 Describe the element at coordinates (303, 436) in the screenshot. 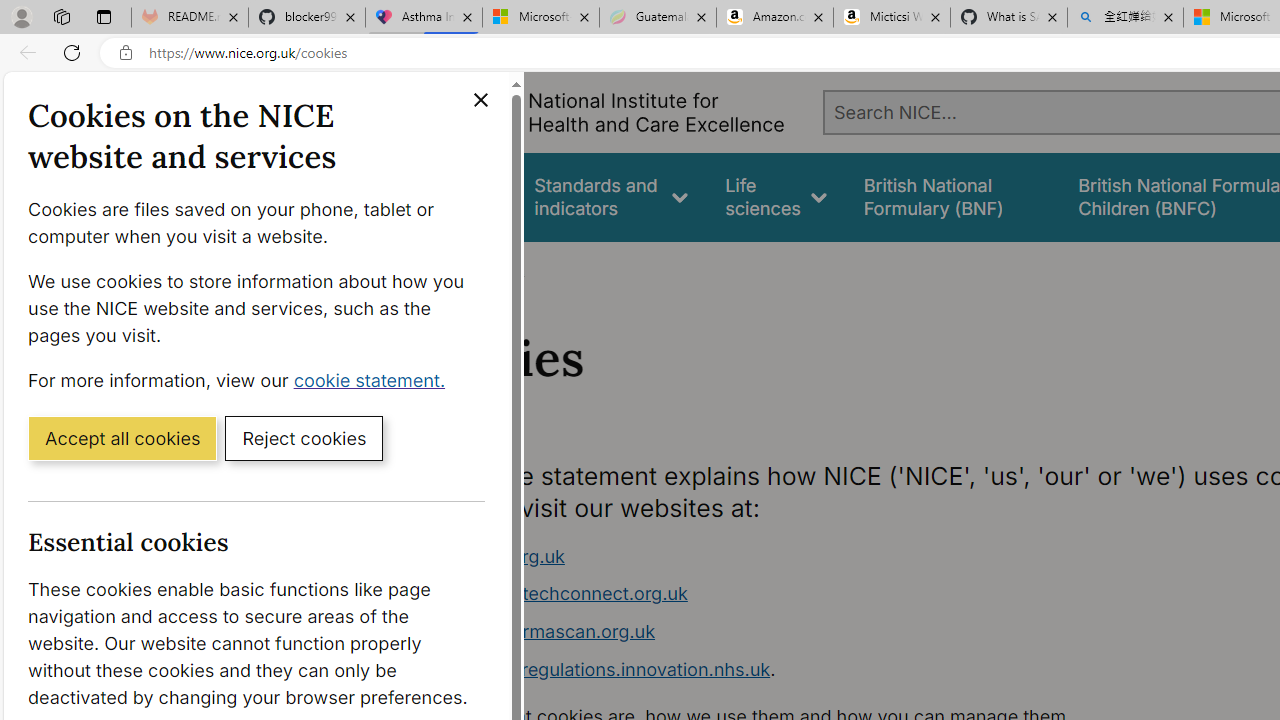

I see `'Reject cookies'` at that location.